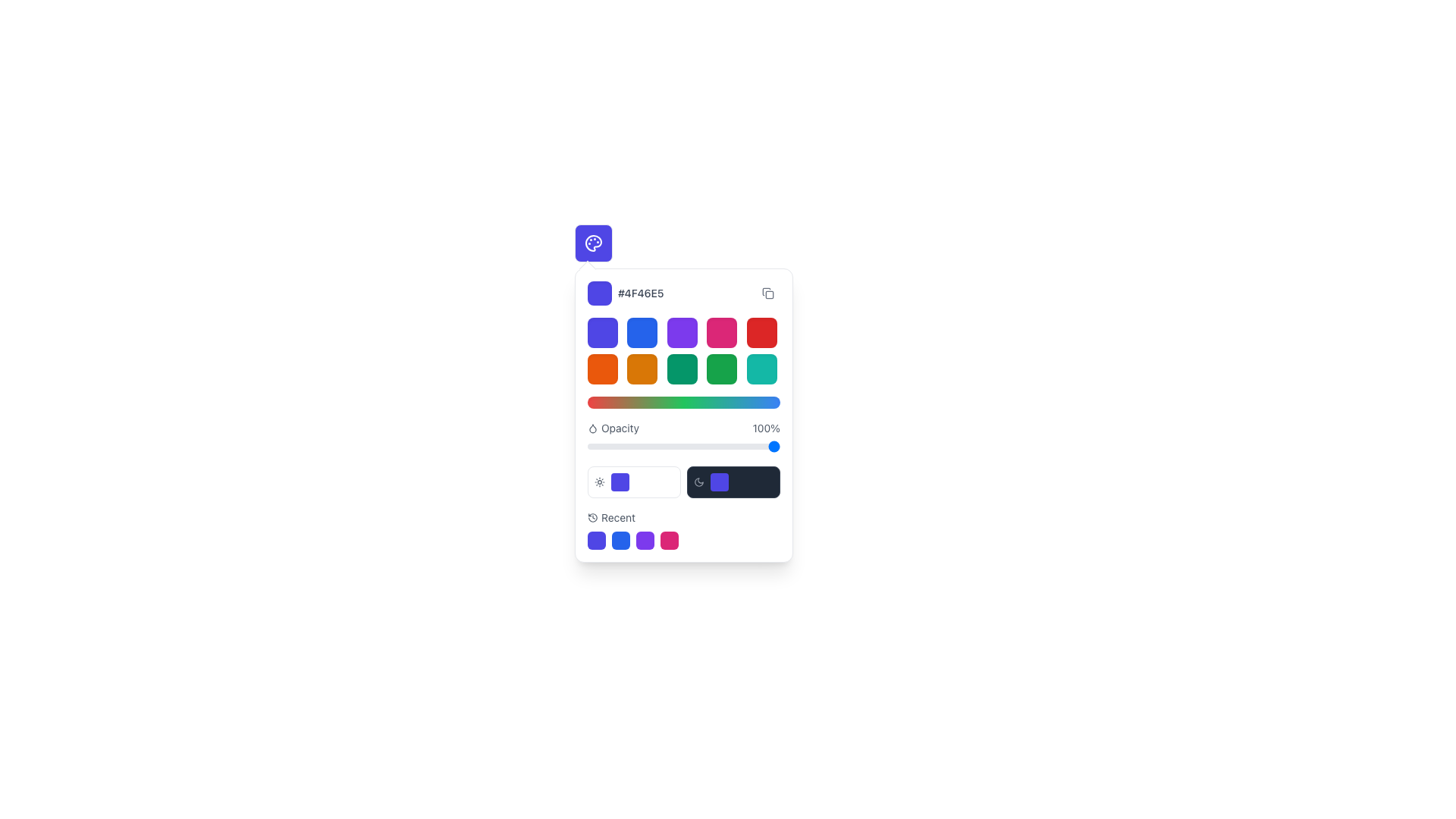 The height and width of the screenshot is (819, 1456). What do you see at coordinates (721, 332) in the screenshot?
I see `the fourth button in the first row of a grid, which is a color selection option` at bounding box center [721, 332].